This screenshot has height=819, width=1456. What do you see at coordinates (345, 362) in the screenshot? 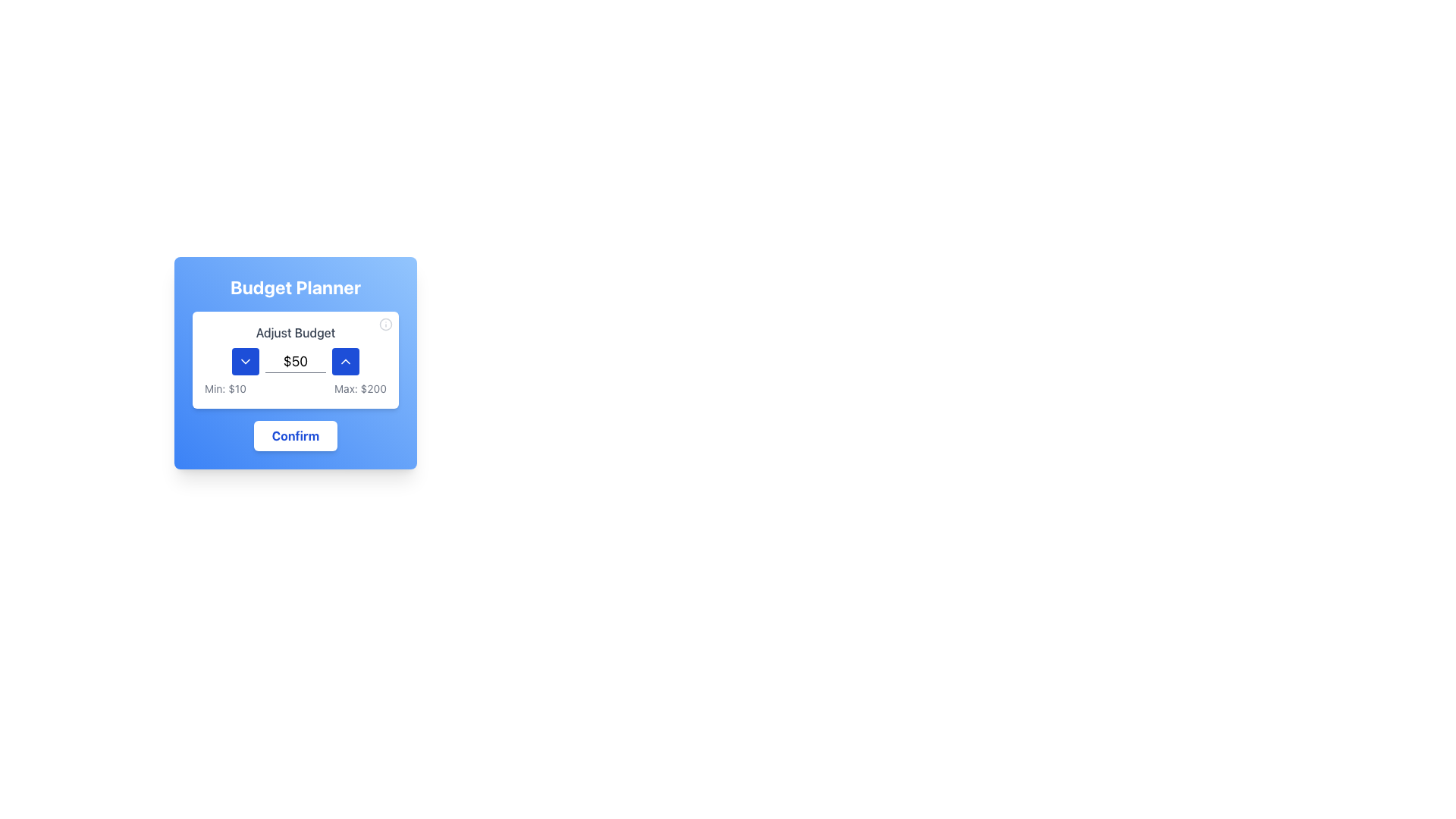
I see `the upward-pointing chevron icon styled with a blue background and white stroke, located in the 'Adjust Budget' section to increment the budget value` at bounding box center [345, 362].